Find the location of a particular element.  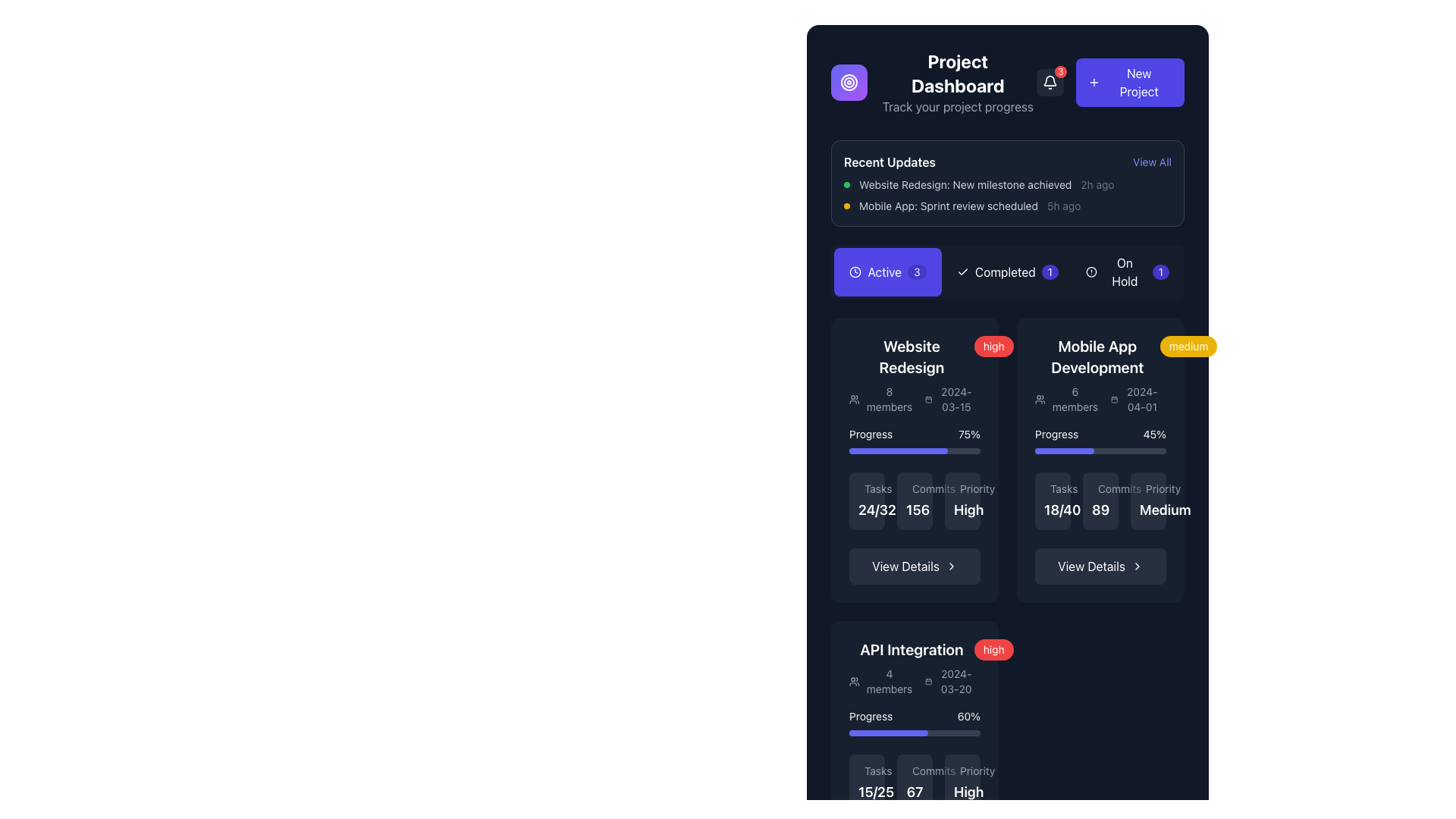

details of the project summary card titled 'Website Redesign' located in the 'Active' section under the 'Recent Updates' and 'Active' tab filters is located at coordinates (914, 375).